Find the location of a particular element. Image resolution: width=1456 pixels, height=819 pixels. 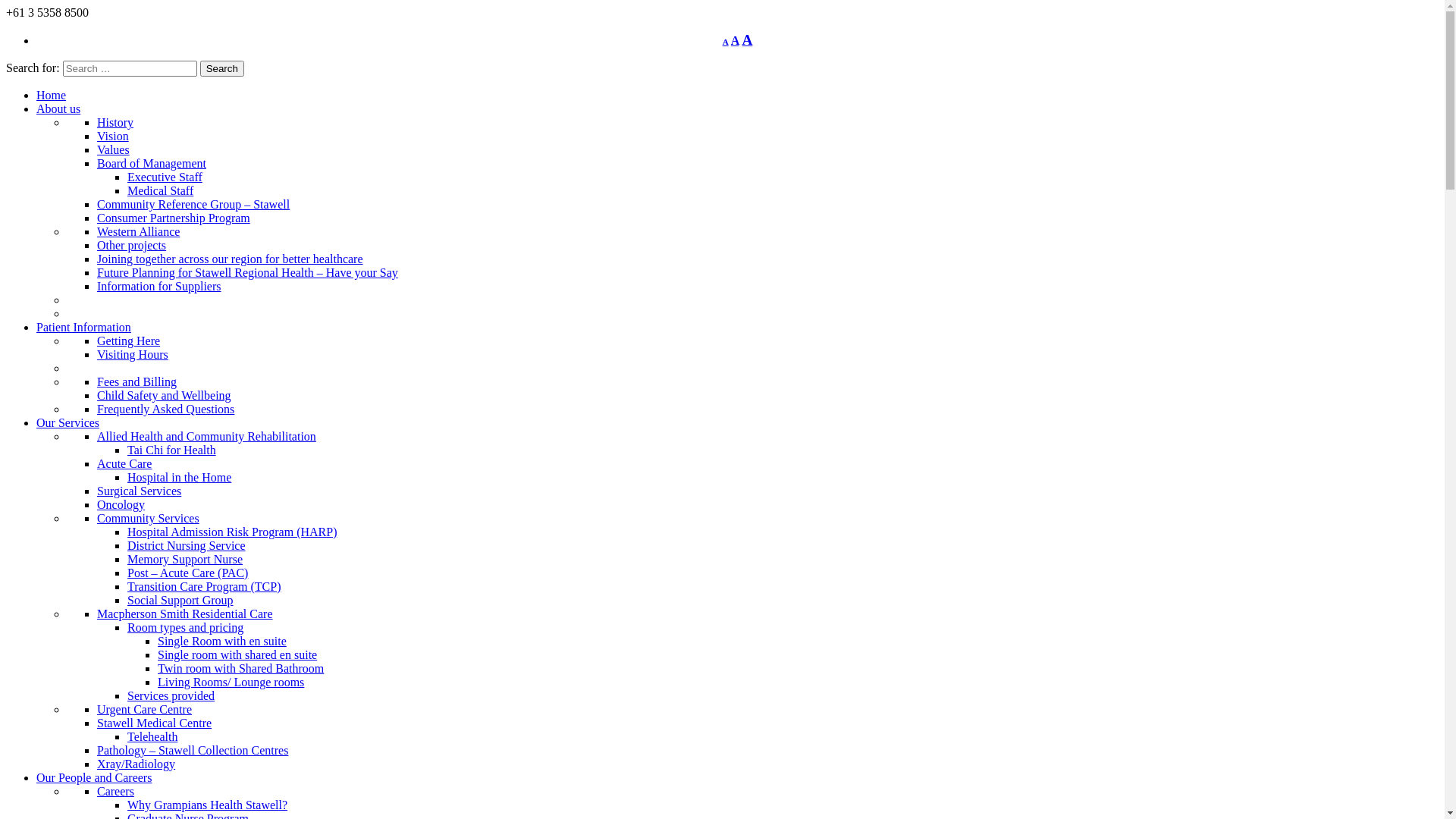

'Macpherson Smith Residential Care' is located at coordinates (184, 613).